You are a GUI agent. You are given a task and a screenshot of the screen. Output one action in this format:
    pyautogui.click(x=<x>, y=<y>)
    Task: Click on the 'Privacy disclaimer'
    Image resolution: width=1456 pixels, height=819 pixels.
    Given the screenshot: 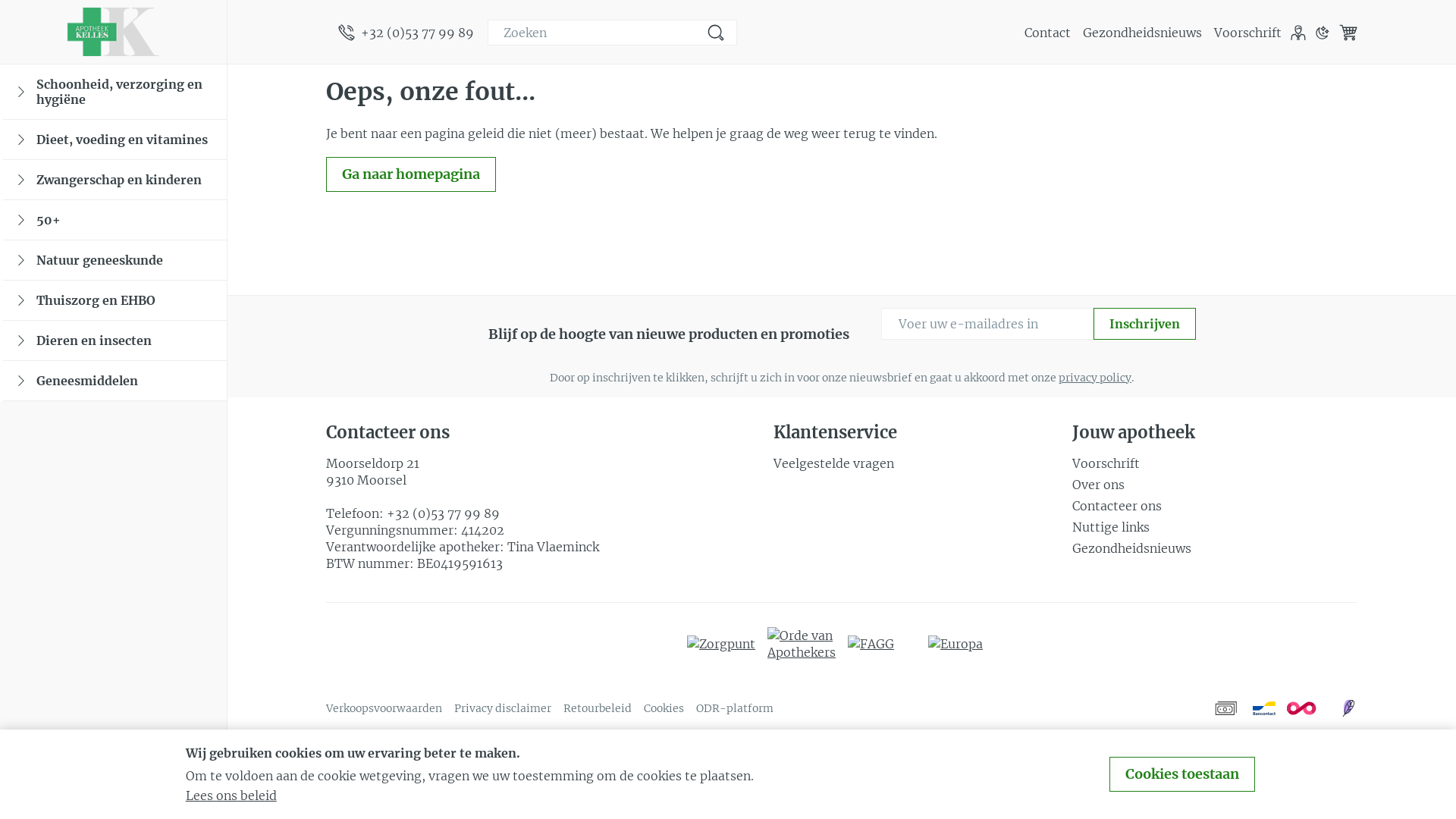 What is the action you would take?
    pyautogui.click(x=502, y=708)
    